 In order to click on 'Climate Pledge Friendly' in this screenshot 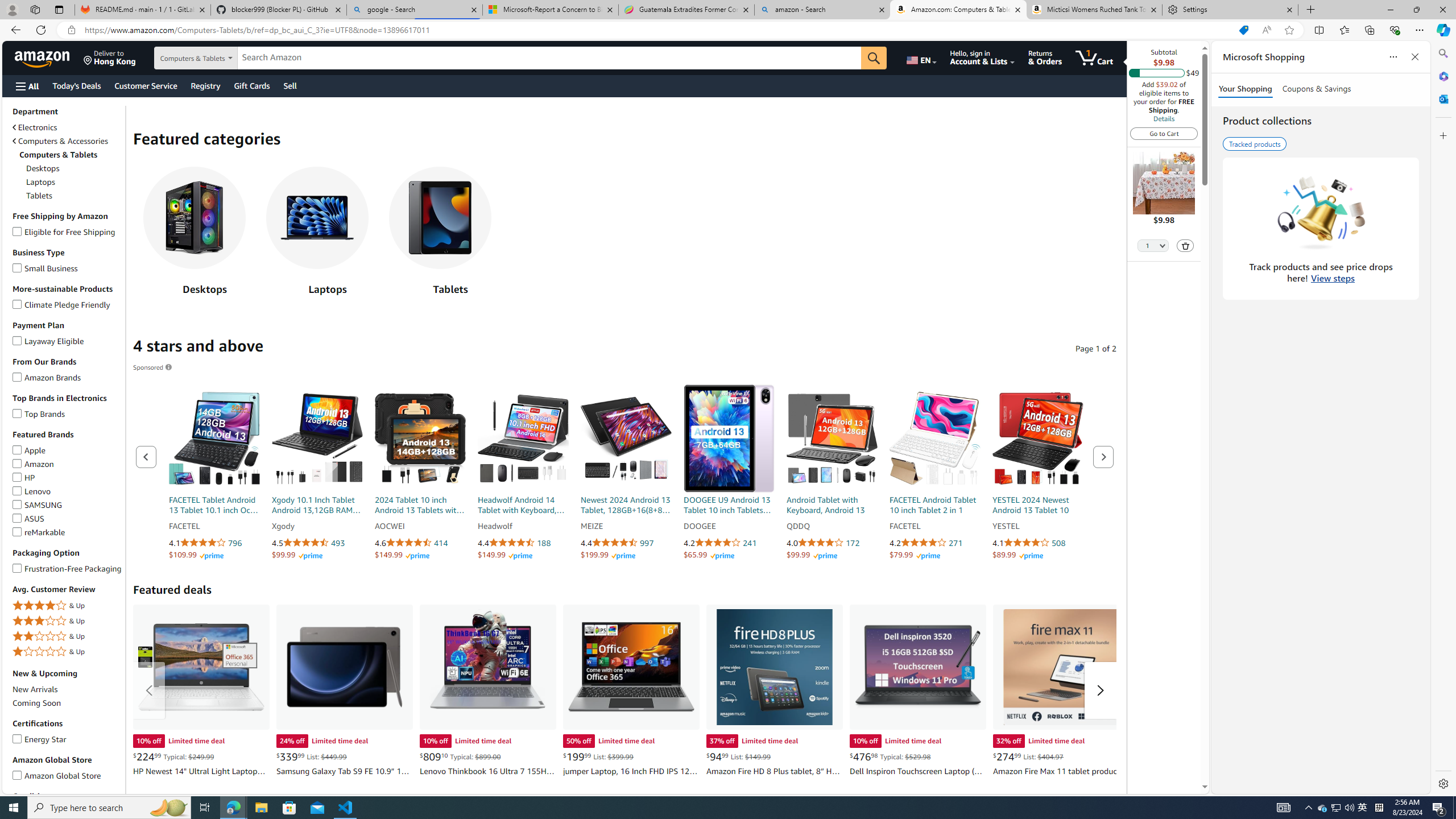, I will do `click(16, 303)`.